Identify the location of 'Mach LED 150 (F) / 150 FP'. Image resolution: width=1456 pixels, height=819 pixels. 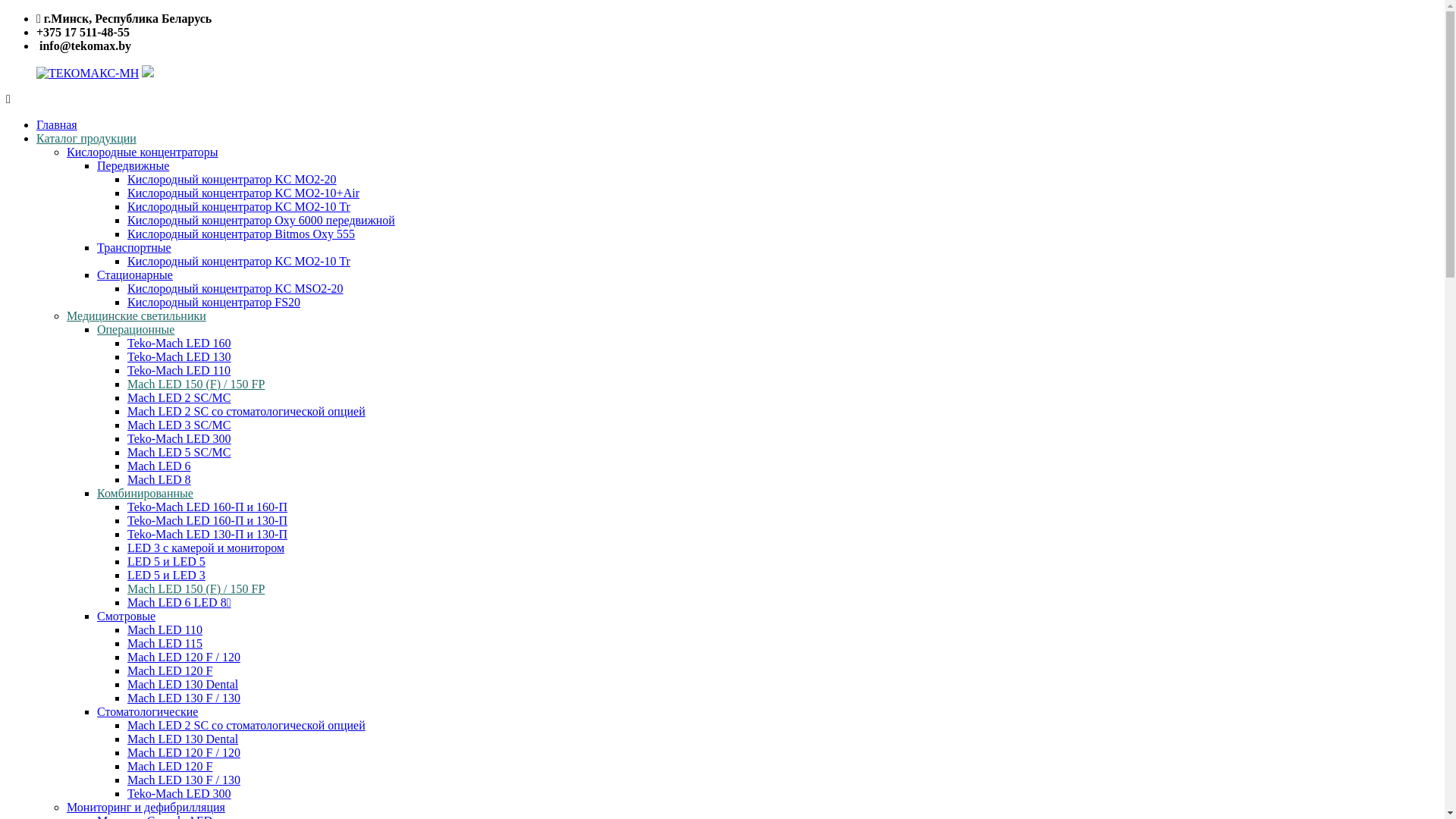
(195, 588).